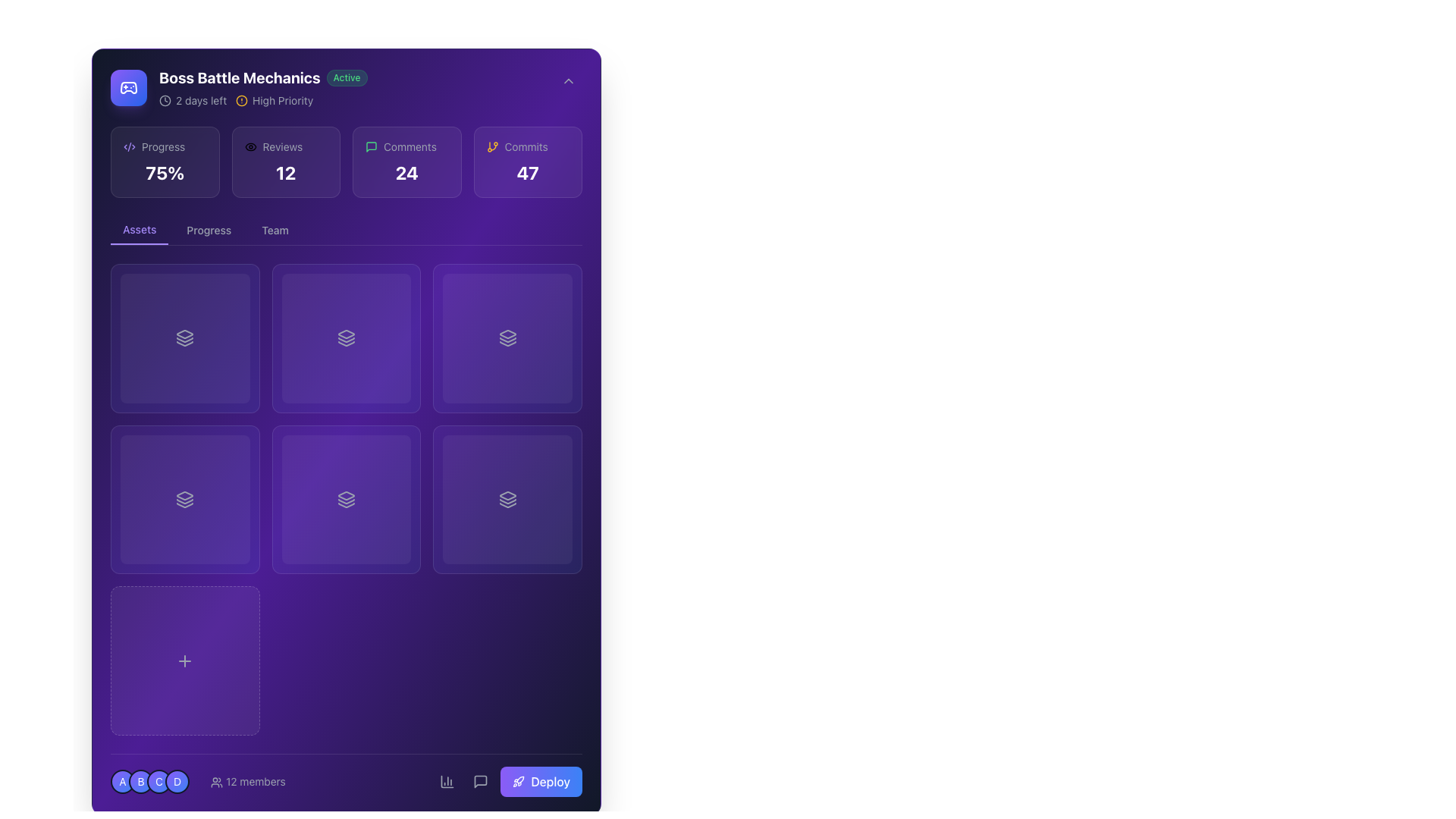 Image resolution: width=1456 pixels, height=819 pixels. What do you see at coordinates (507, 339) in the screenshot?
I see `the middle layer icon in the stack of three icons in the grid layout` at bounding box center [507, 339].